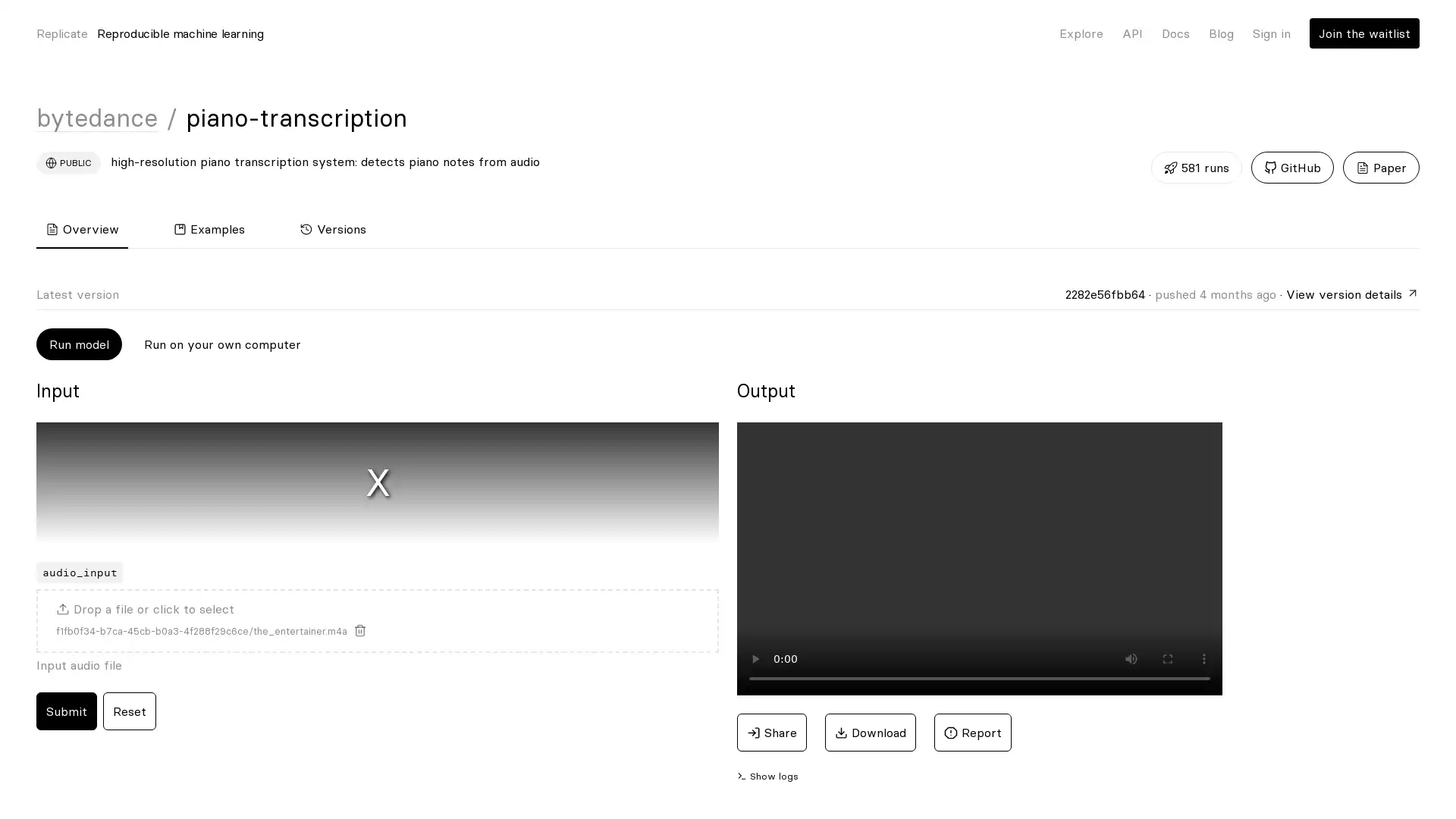 This screenshot has height=819, width=1456. What do you see at coordinates (1167, 657) in the screenshot?
I see `enter full screen` at bounding box center [1167, 657].